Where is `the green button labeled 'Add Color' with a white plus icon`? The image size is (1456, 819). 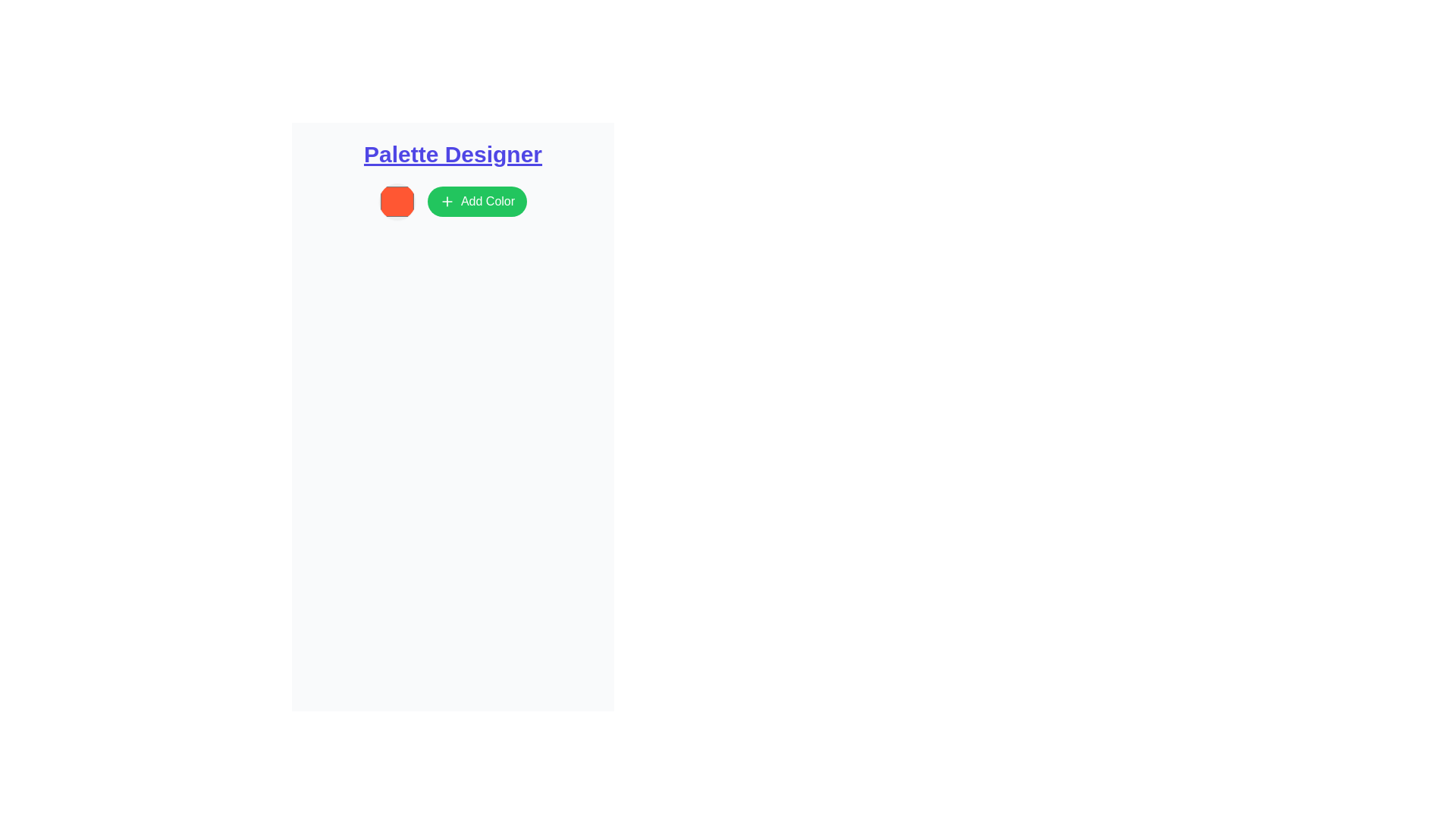
the green button labeled 'Add Color' with a white plus icon is located at coordinates (476, 201).